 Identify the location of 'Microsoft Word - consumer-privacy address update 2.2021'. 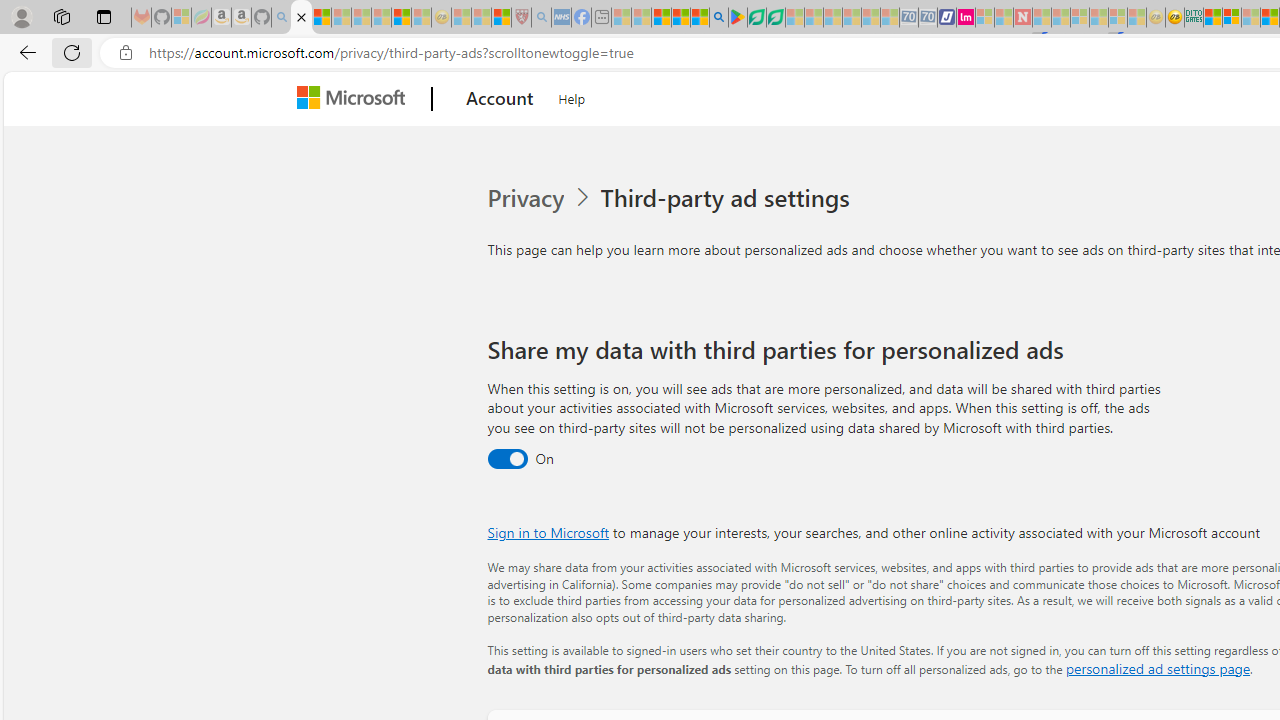
(774, 17).